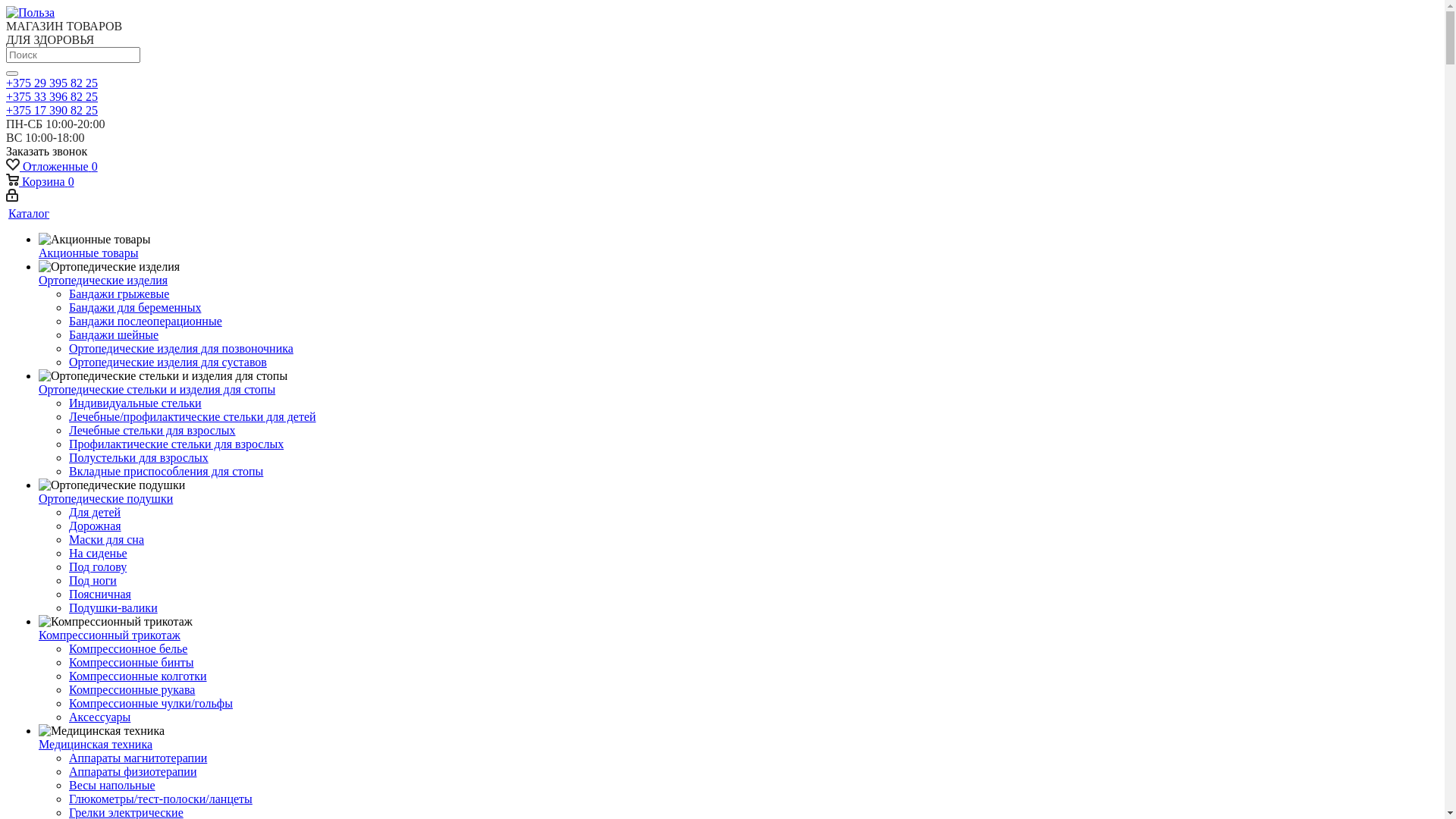 The height and width of the screenshot is (819, 1456). What do you see at coordinates (52, 83) in the screenshot?
I see `'+375 29 395 82 25'` at bounding box center [52, 83].